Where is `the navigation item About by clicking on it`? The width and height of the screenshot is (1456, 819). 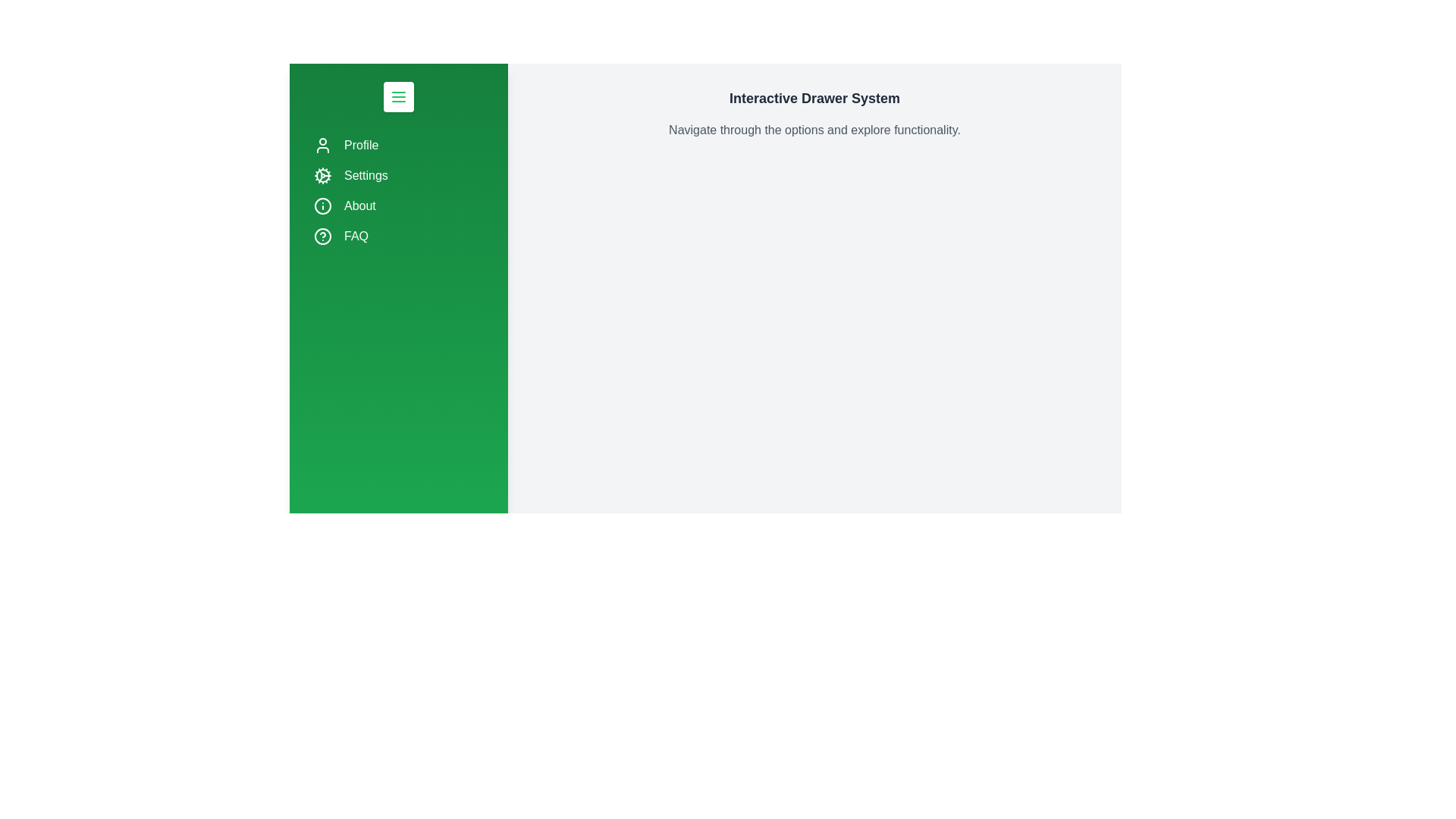
the navigation item About by clicking on it is located at coordinates (399, 206).